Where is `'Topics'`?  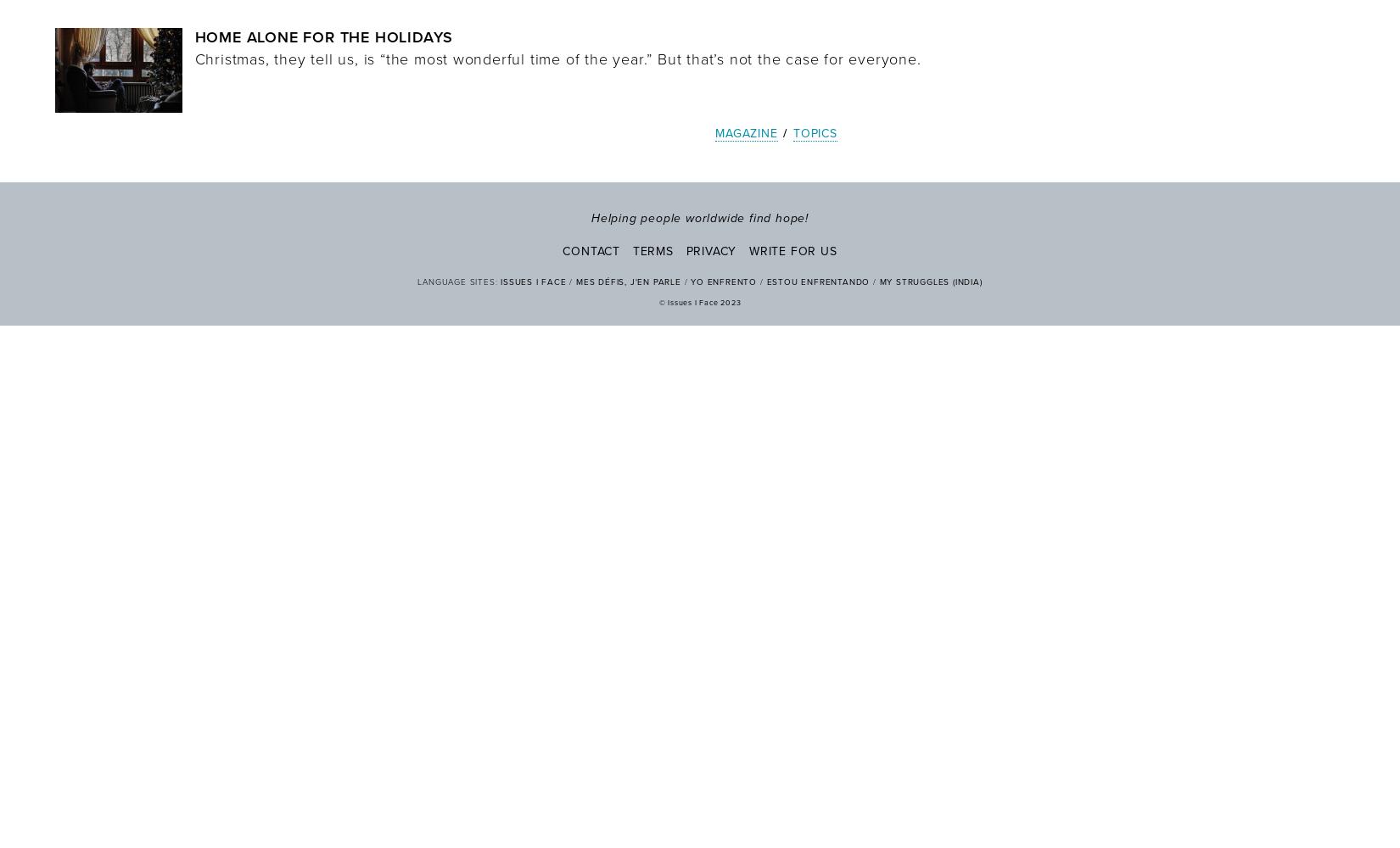
'Topics' is located at coordinates (815, 132).